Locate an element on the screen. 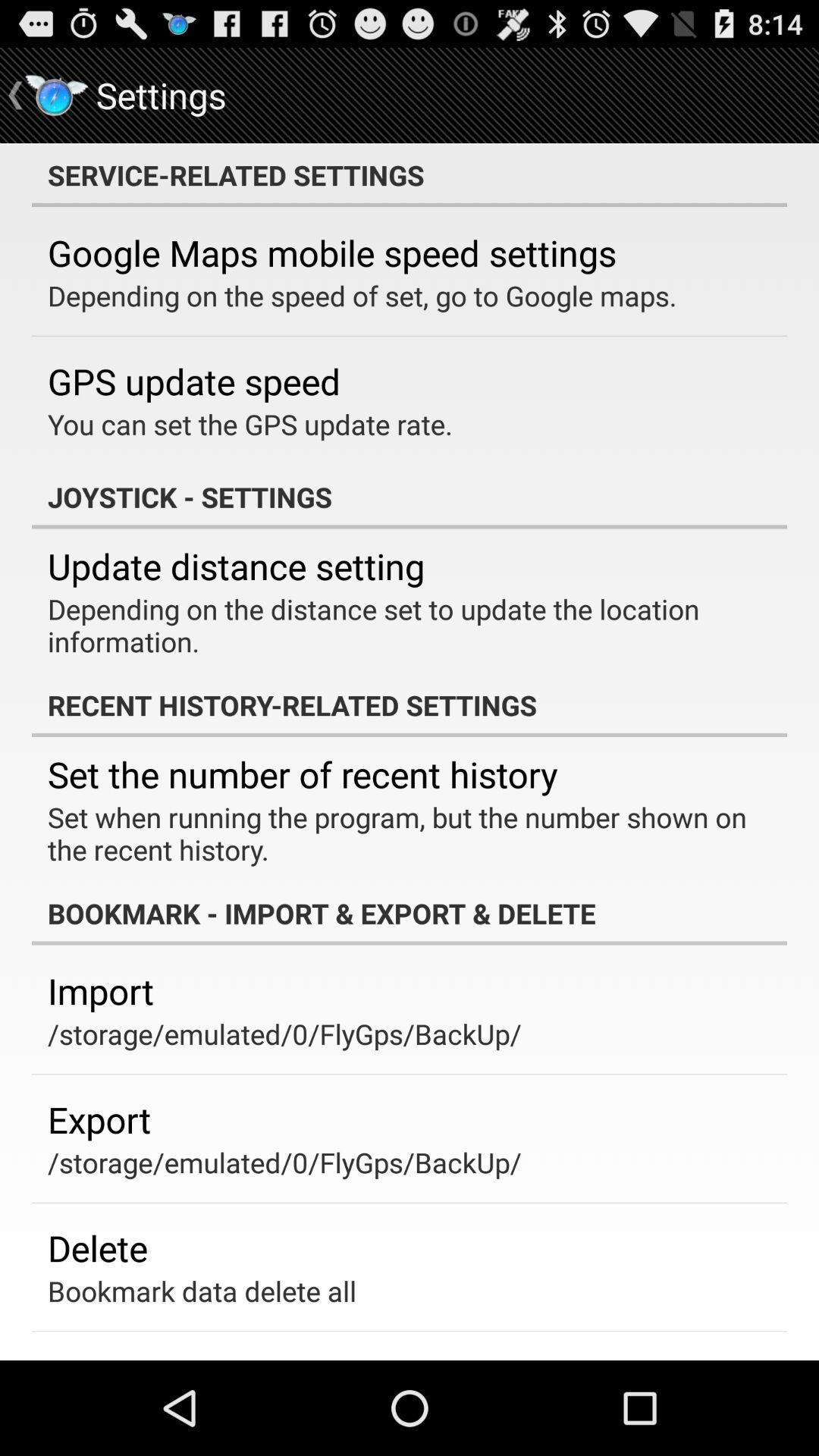 Image resolution: width=819 pixels, height=1456 pixels. set when running item is located at coordinates (398, 833).